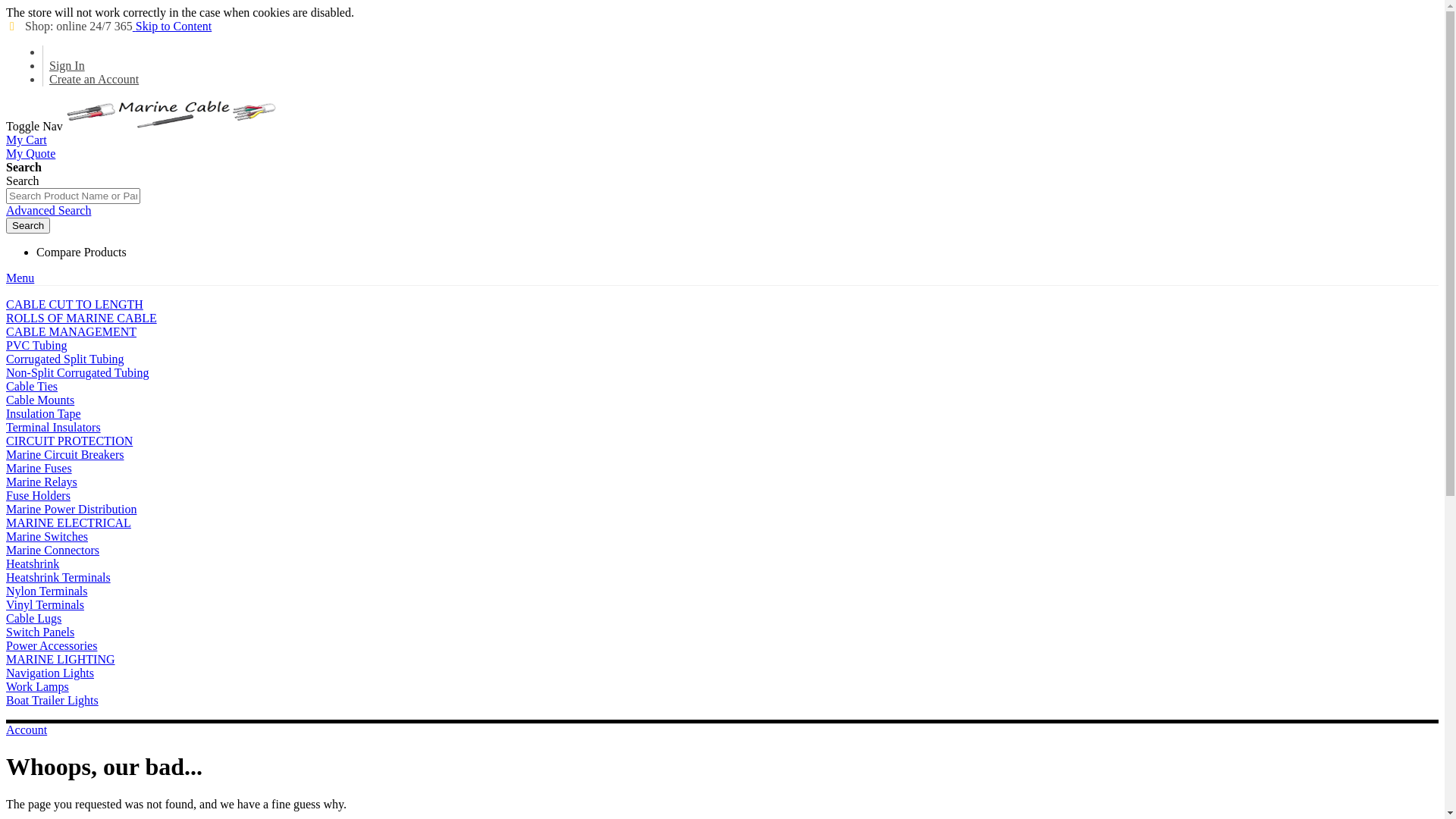 The width and height of the screenshot is (1456, 819). What do you see at coordinates (64, 359) in the screenshot?
I see `'Corrugated Split Tubing'` at bounding box center [64, 359].